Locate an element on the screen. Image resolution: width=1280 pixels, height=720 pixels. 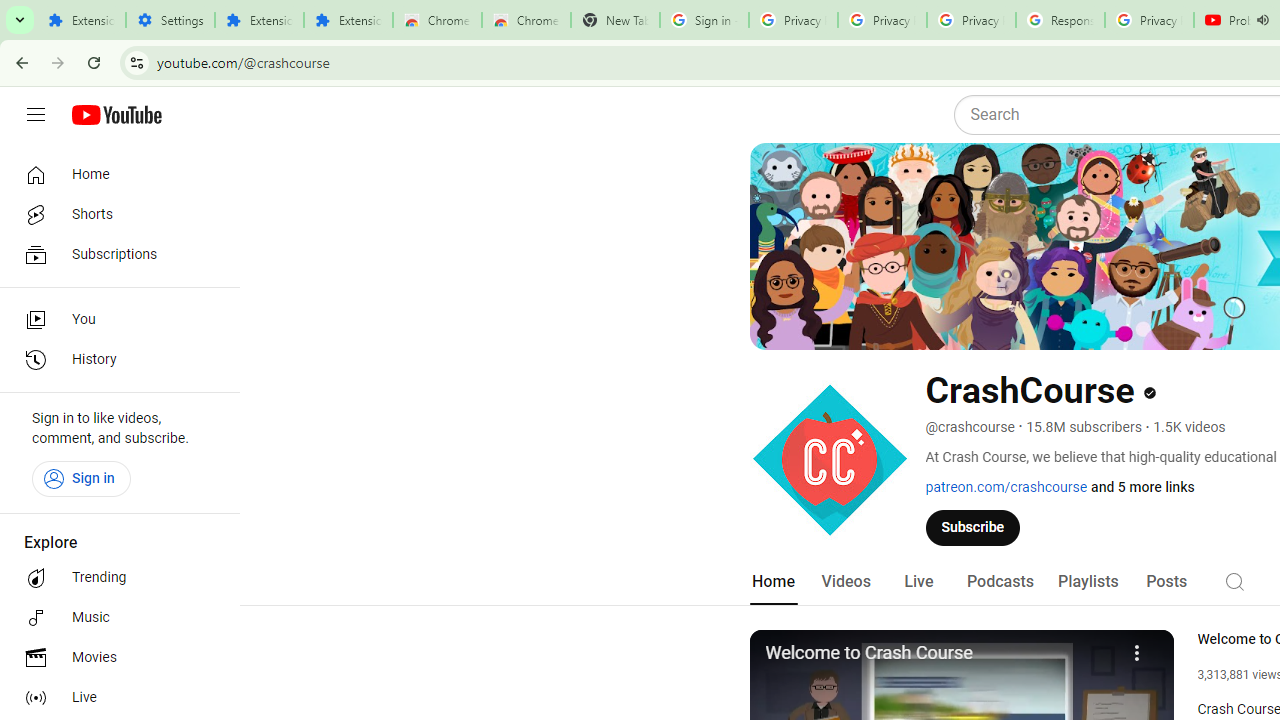
'Live' is located at coordinates (917, 581).